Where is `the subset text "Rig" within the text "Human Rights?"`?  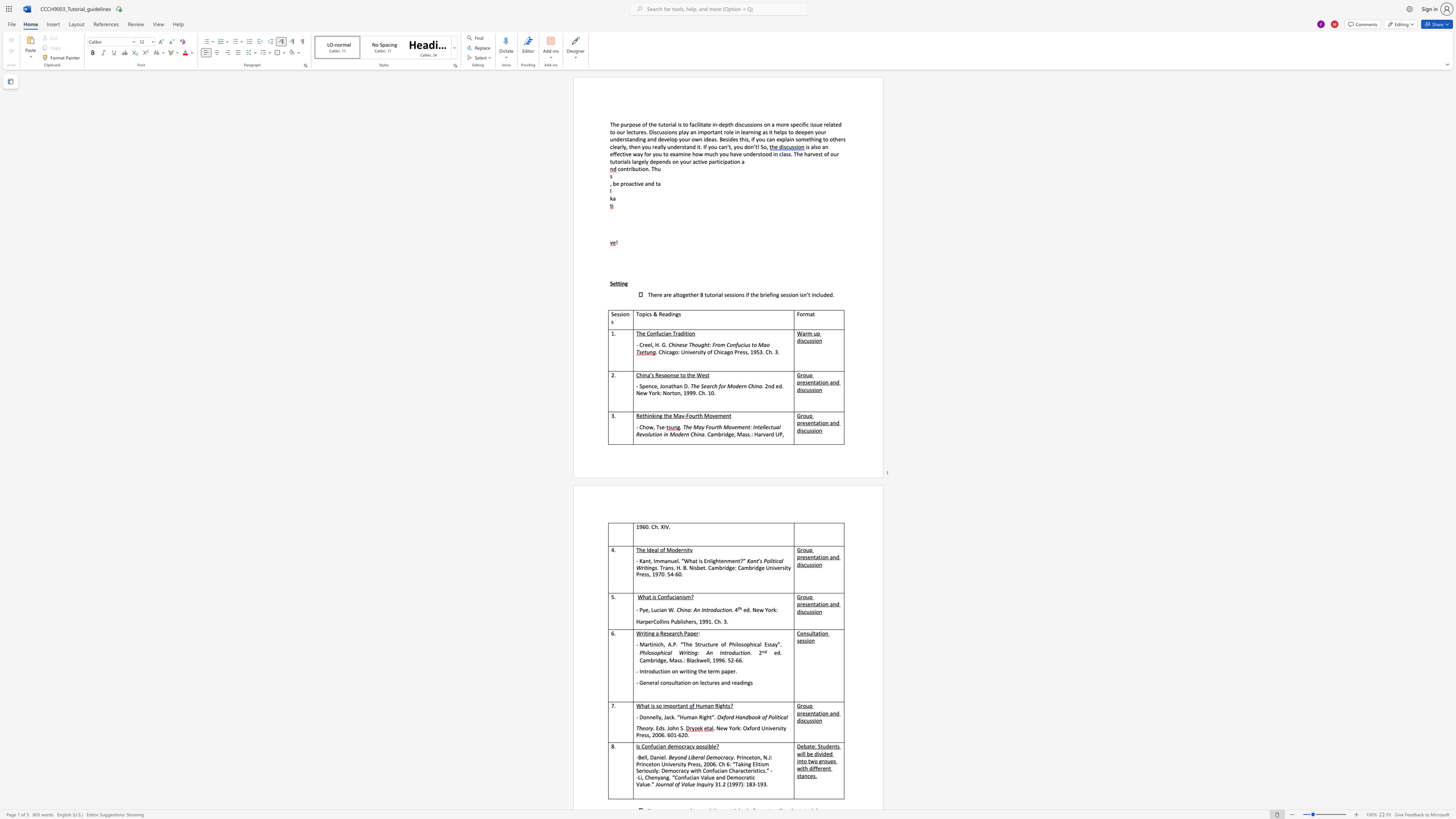 the subset text "Rig" within the text "Human Rights?" is located at coordinates (714, 705).